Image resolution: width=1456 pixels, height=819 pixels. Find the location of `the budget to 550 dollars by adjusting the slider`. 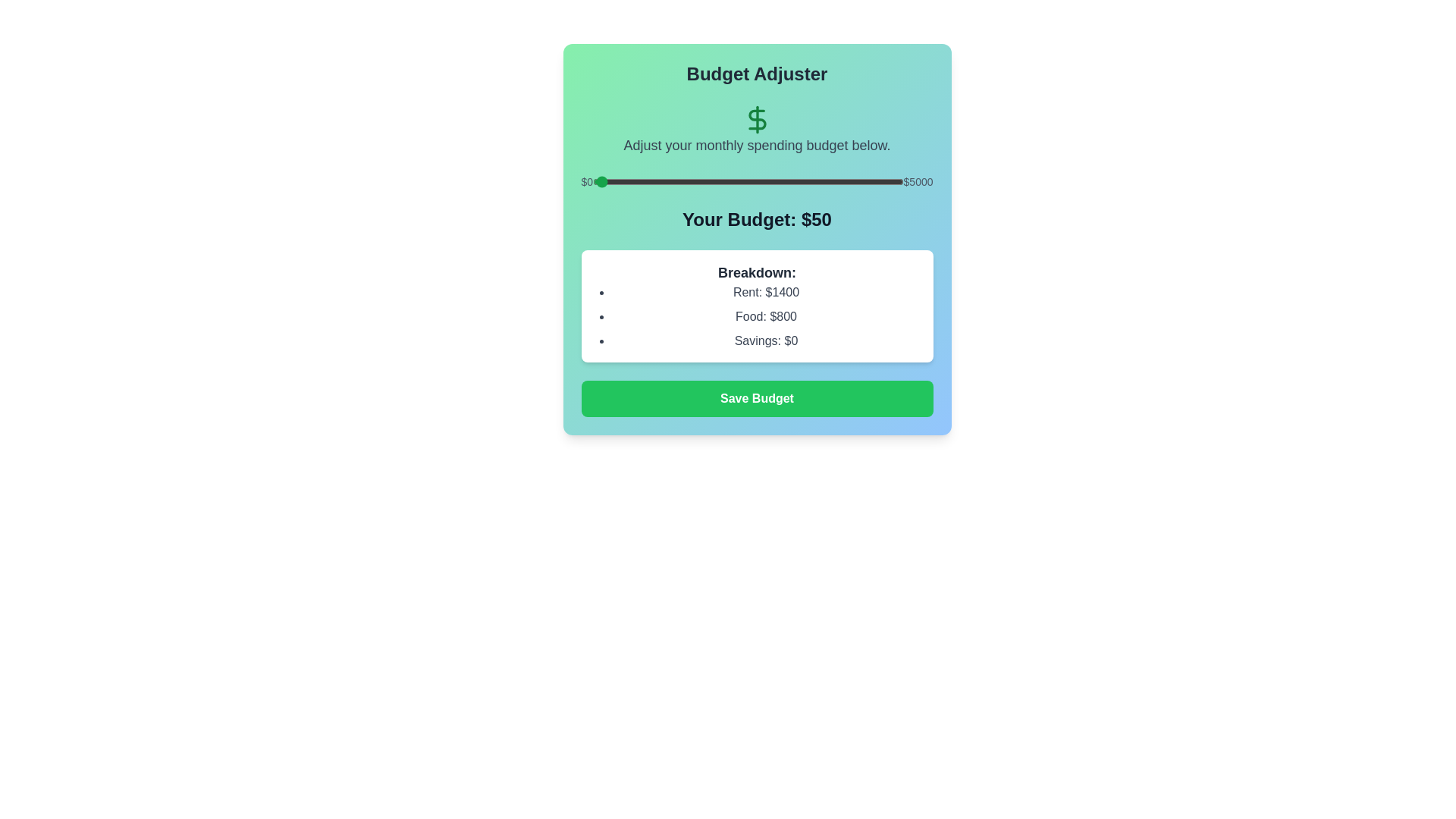

the budget to 550 dollars by adjusting the slider is located at coordinates (627, 180).